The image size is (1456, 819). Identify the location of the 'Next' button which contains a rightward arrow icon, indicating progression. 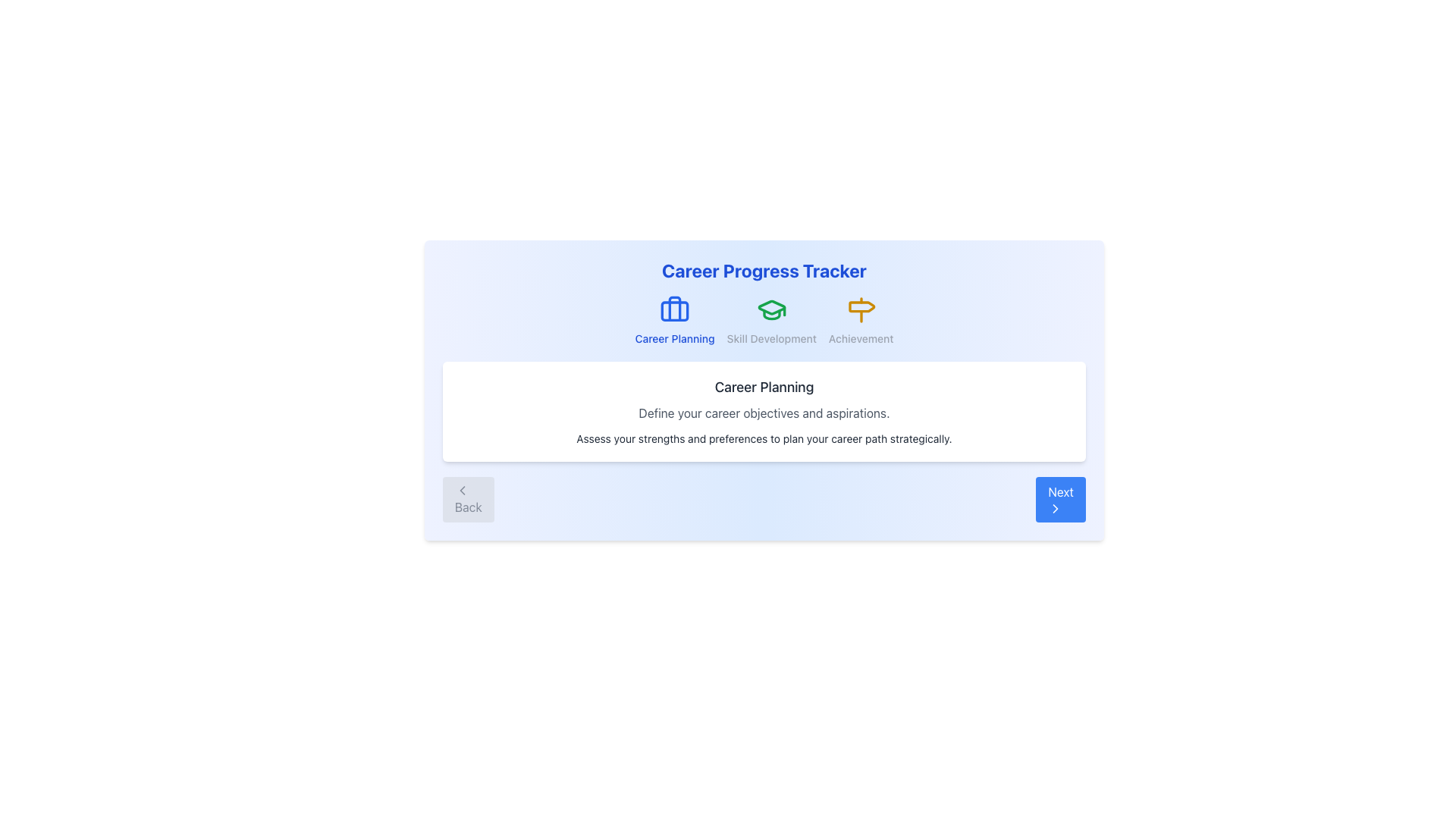
(1055, 509).